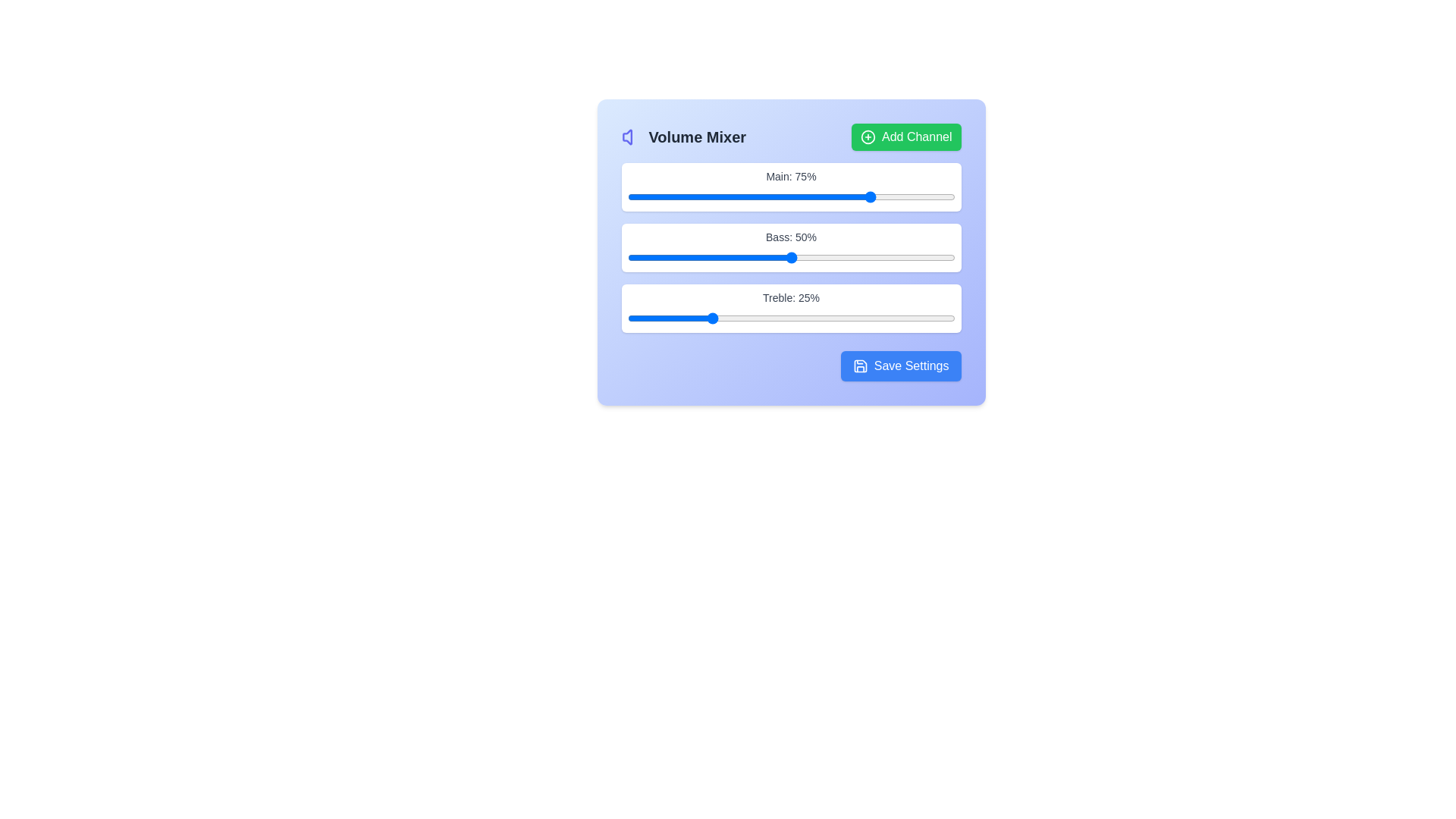  What do you see at coordinates (790, 237) in the screenshot?
I see `the static text label indicating the current bass level setting, which is centrally located in the 'Volume Mixer' section` at bounding box center [790, 237].